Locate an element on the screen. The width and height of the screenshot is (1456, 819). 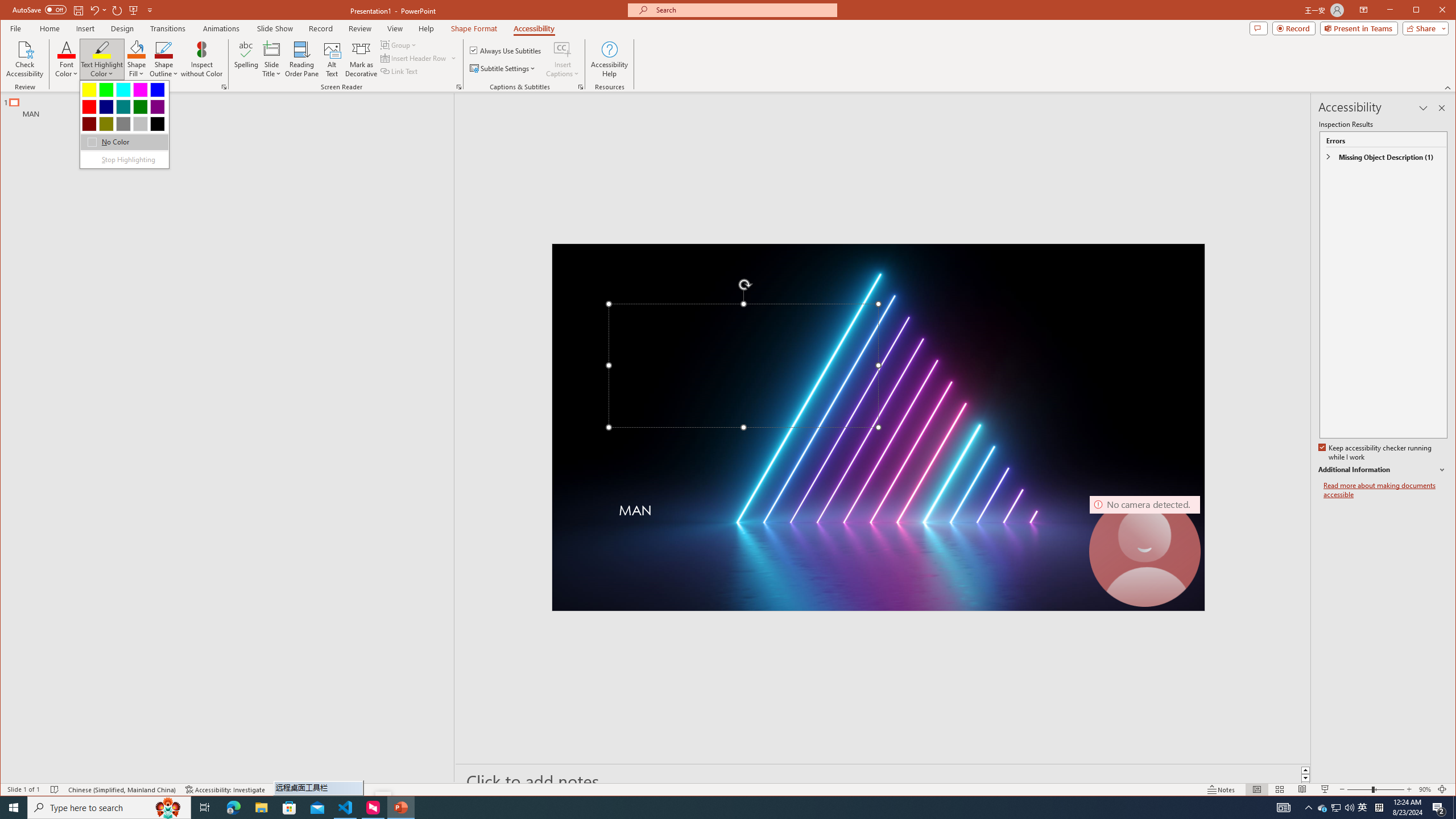
'Maximize' is located at coordinates (1433, 11).